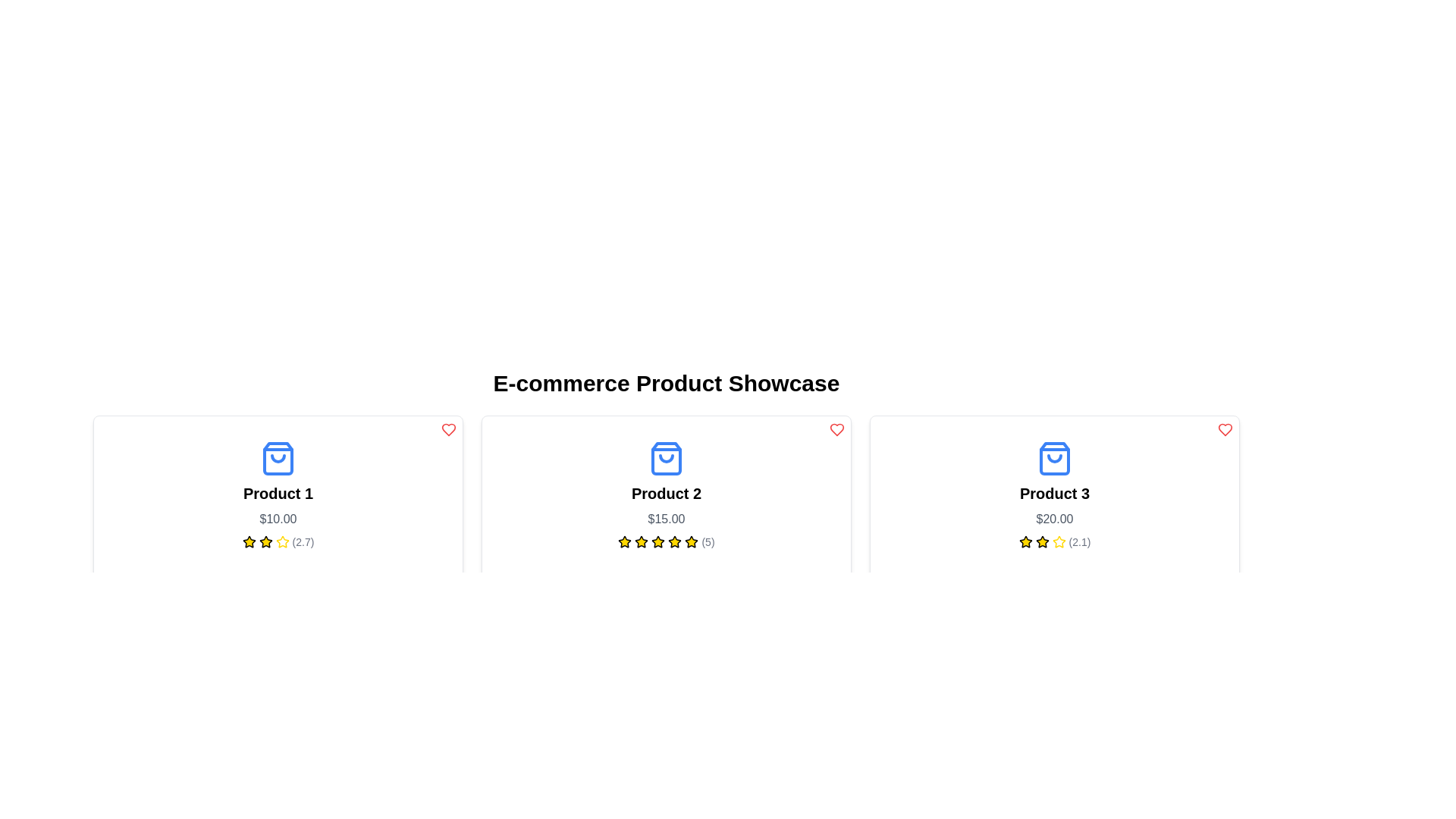  Describe the element at coordinates (278, 519) in the screenshot. I see `the static text element displaying the price '$10.00' in gray font, which is positioned beneath 'Product 1' and above the rating section` at that location.